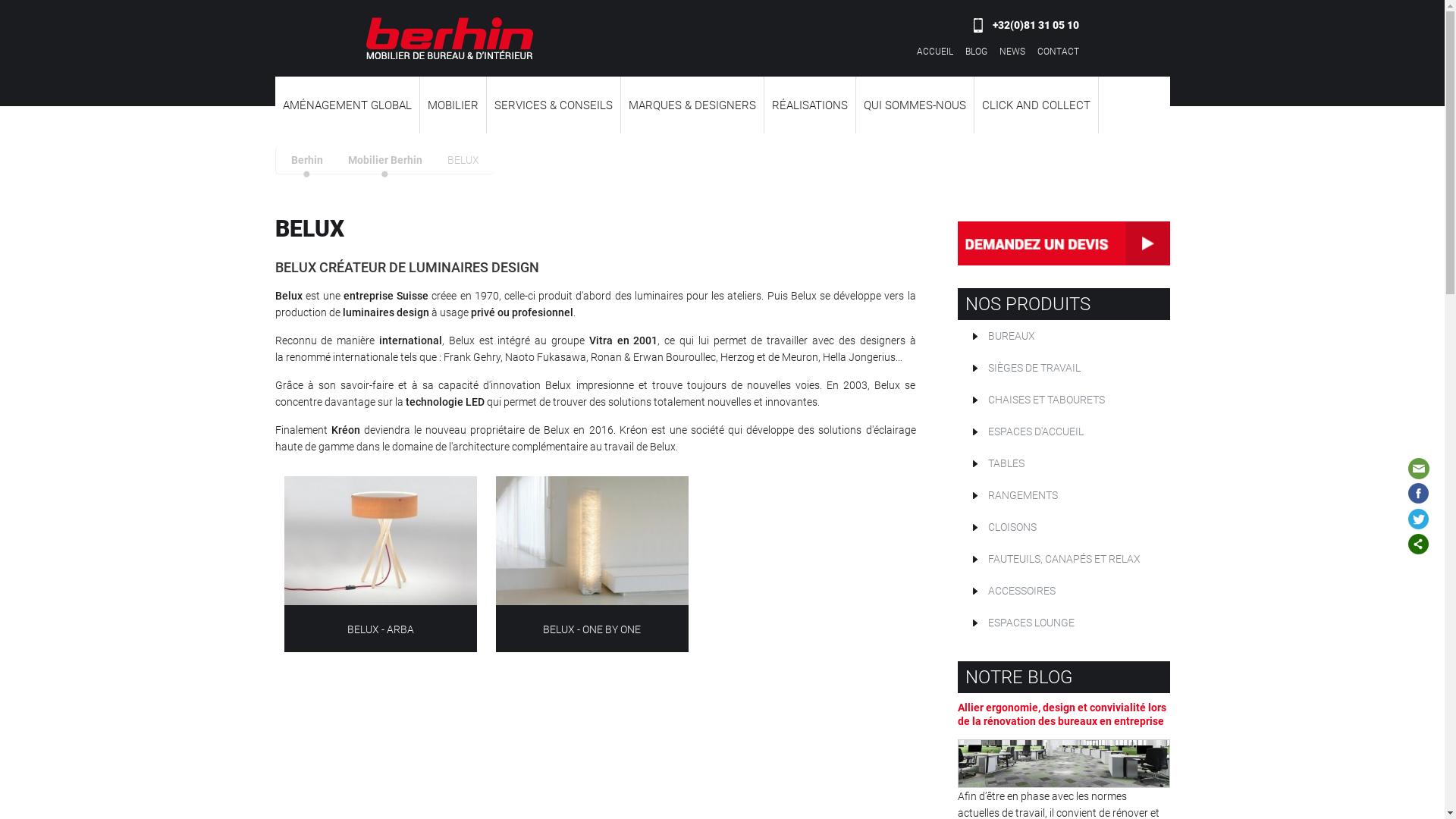 This screenshot has width=1456, height=819. I want to click on 'ESPACES D'ACCUEIL', so click(956, 431).